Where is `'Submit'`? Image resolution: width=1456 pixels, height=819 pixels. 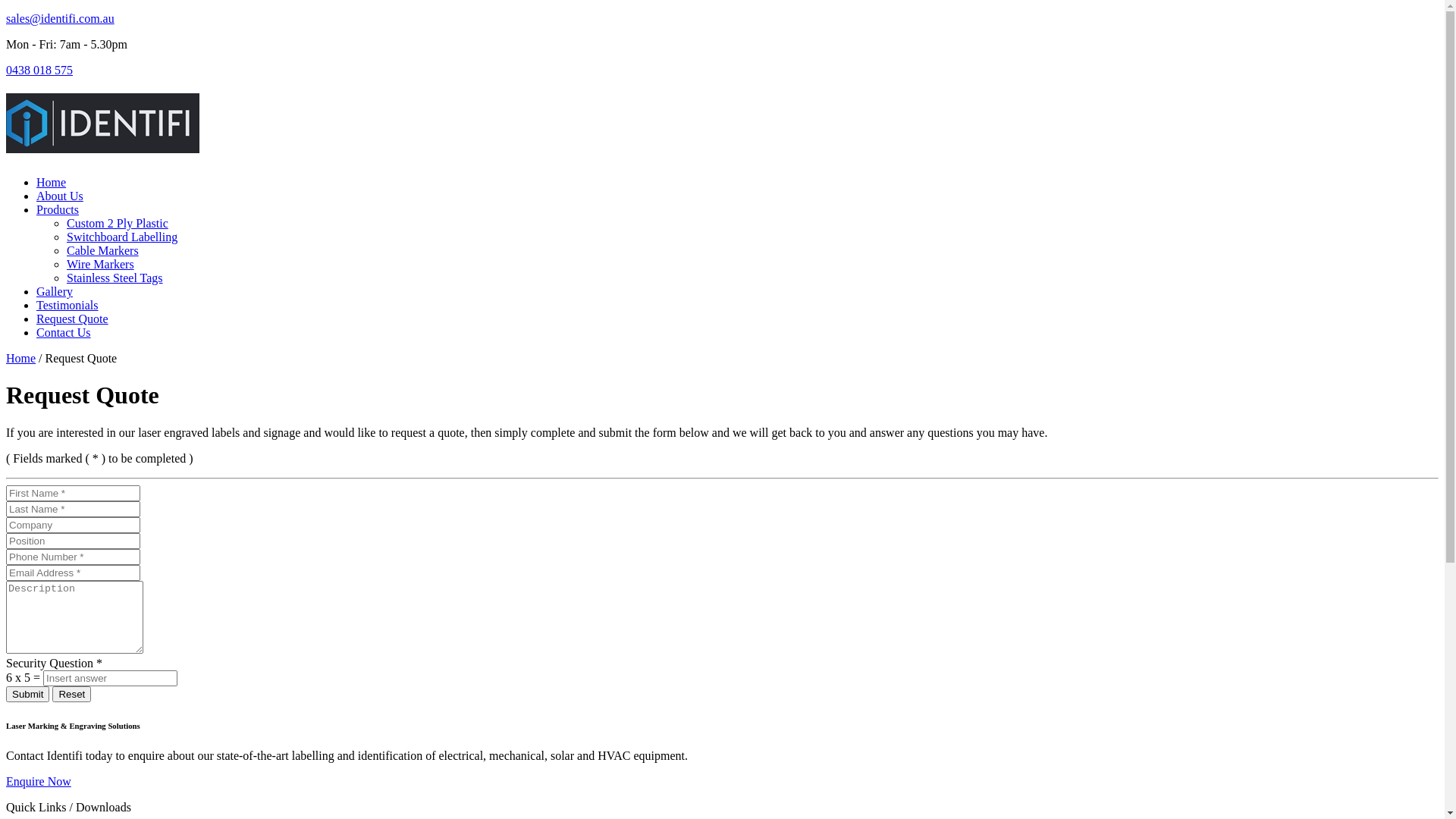
'Submit' is located at coordinates (27, 694).